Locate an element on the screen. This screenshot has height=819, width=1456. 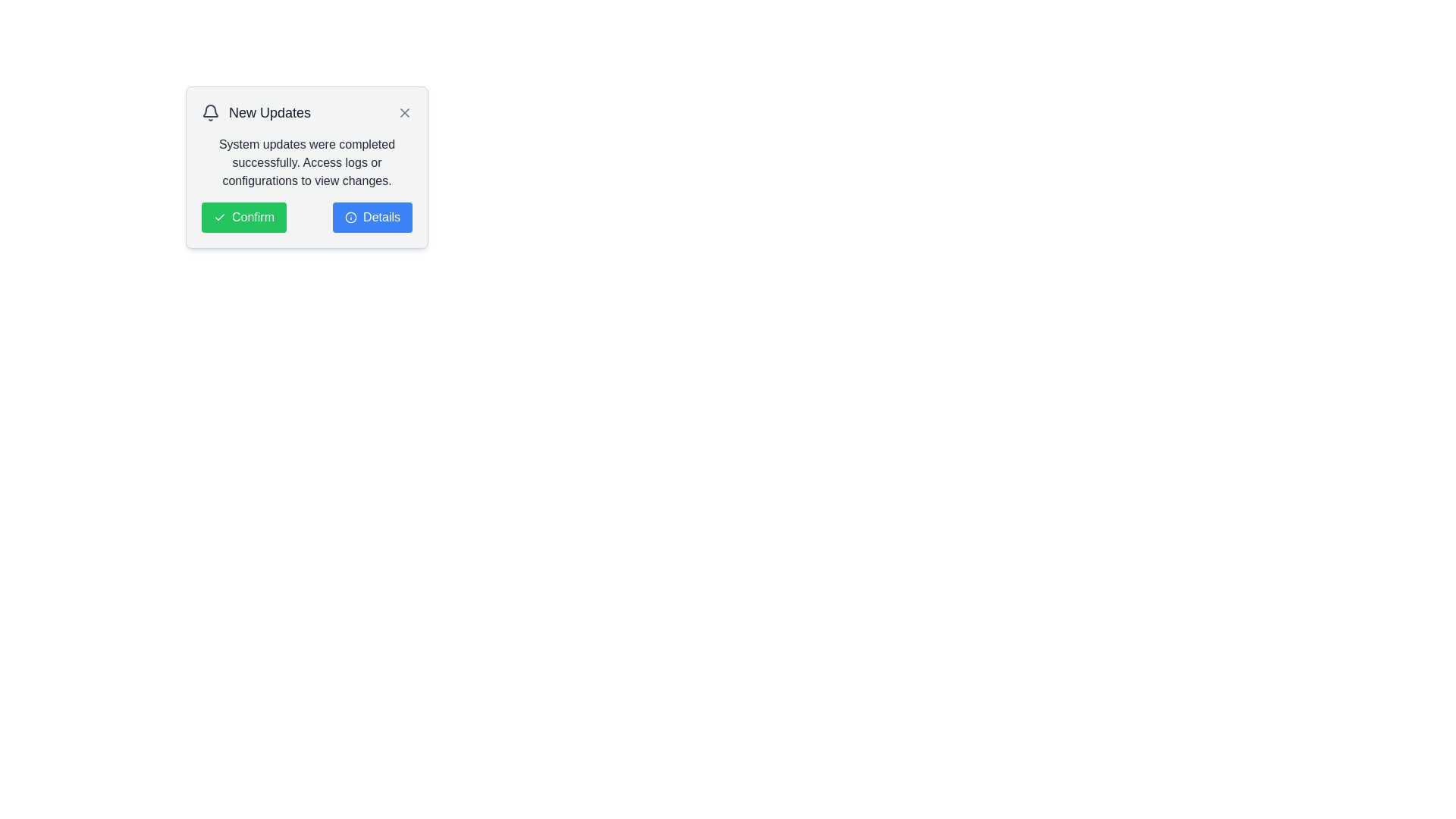
the notification icon located in the top-left corner of the 'New Updates' modal is located at coordinates (210, 110).